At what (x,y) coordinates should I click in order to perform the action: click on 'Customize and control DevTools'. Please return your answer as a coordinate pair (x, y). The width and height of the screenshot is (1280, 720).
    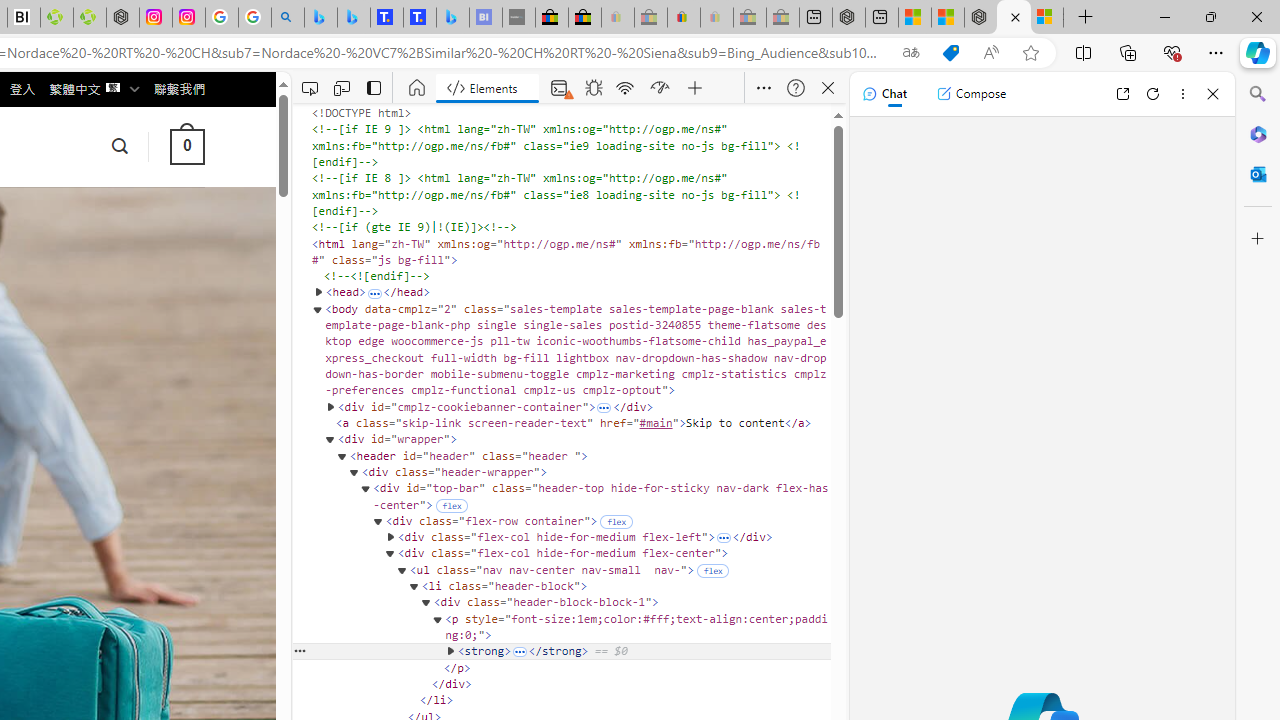
    Looking at the image, I should click on (763, 87).